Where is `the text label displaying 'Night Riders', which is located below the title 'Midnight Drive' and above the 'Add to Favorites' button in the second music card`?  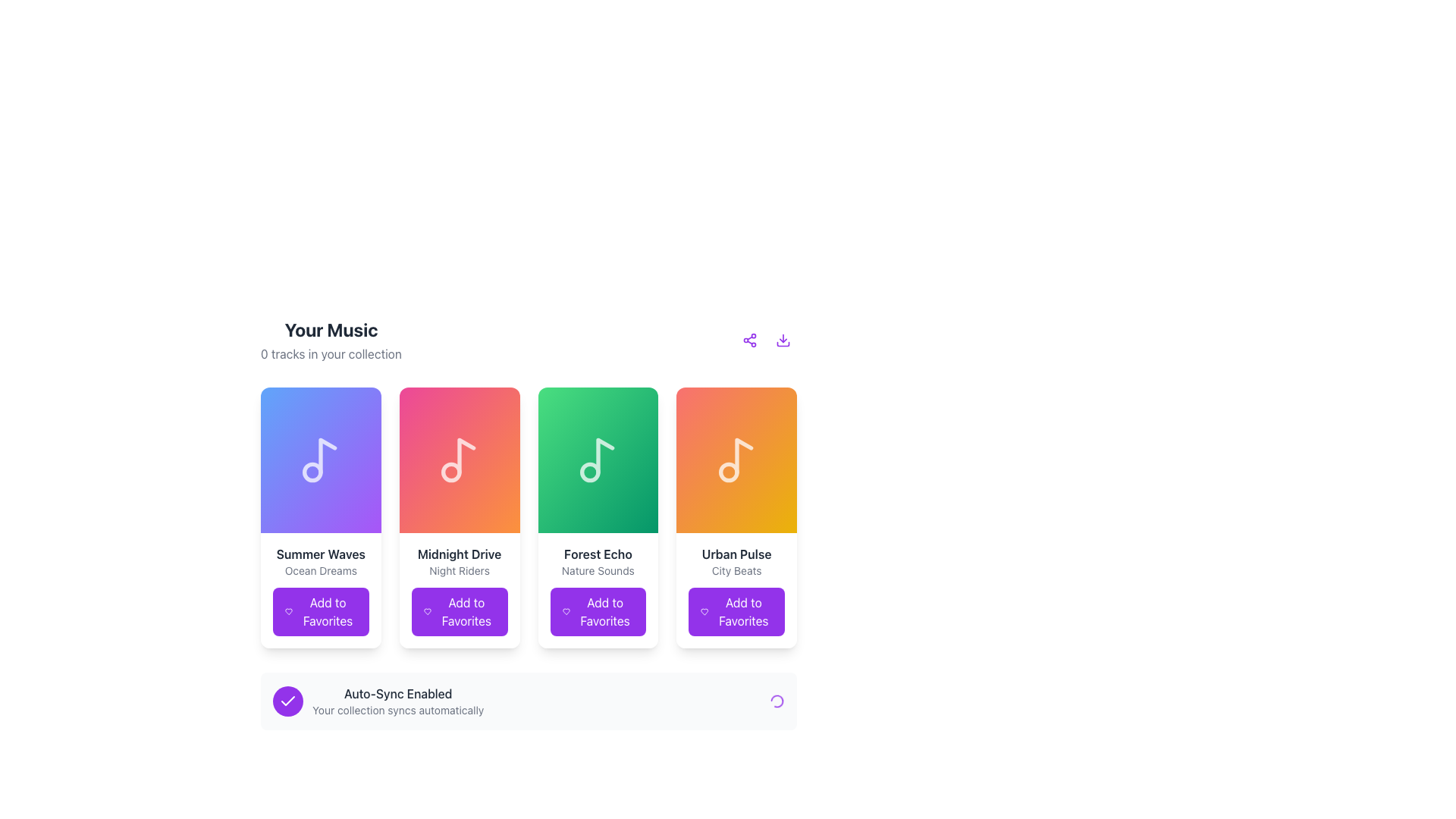 the text label displaying 'Night Riders', which is located below the title 'Midnight Drive' and above the 'Add to Favorites' button in the second music card is located at coordinates (459, 570).